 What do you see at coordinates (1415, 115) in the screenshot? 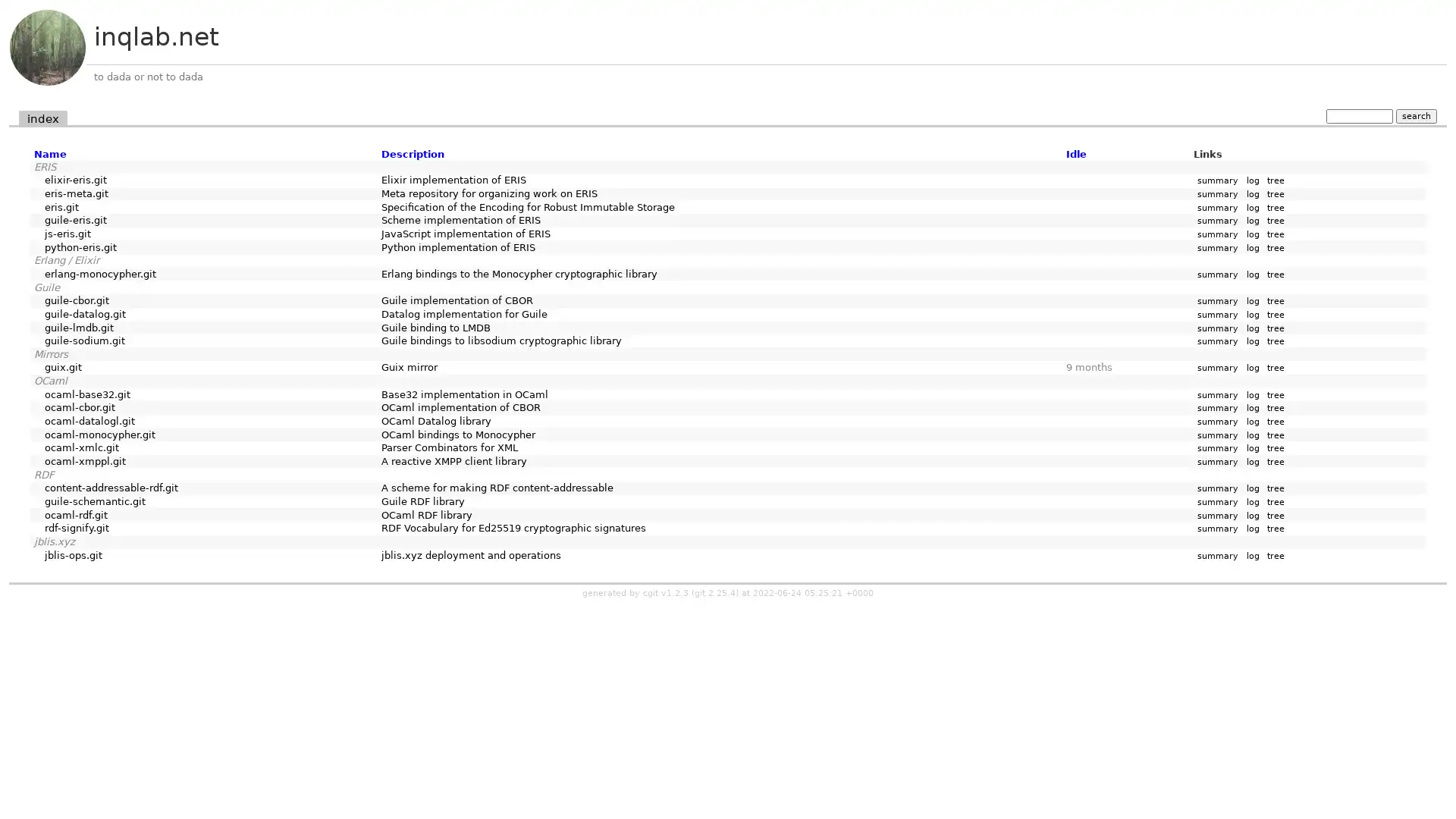
I see `search` at bounding box center [1415, 115].